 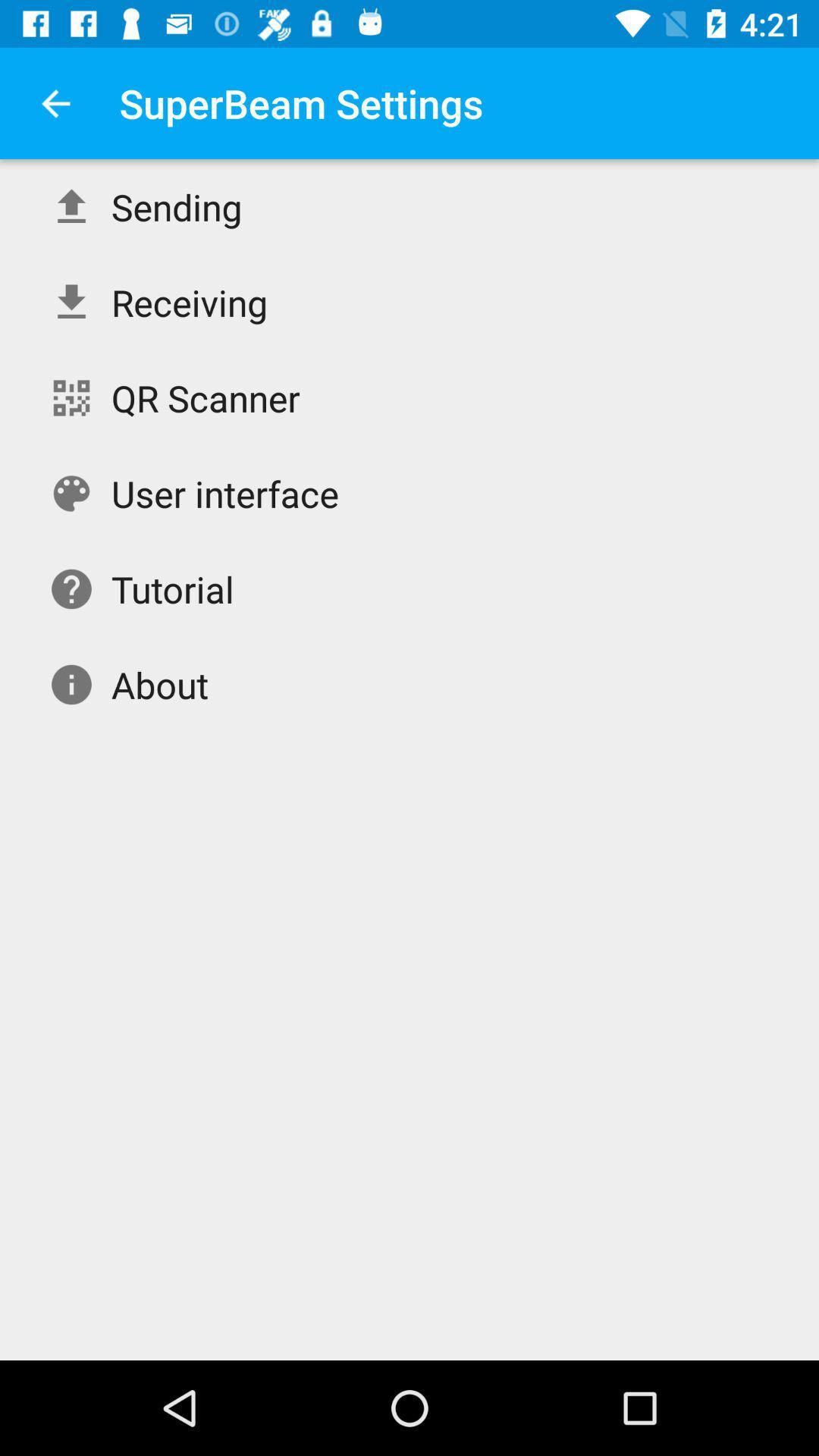 I want to click on app next to the superbeam settings, so click(x=55, y=102).